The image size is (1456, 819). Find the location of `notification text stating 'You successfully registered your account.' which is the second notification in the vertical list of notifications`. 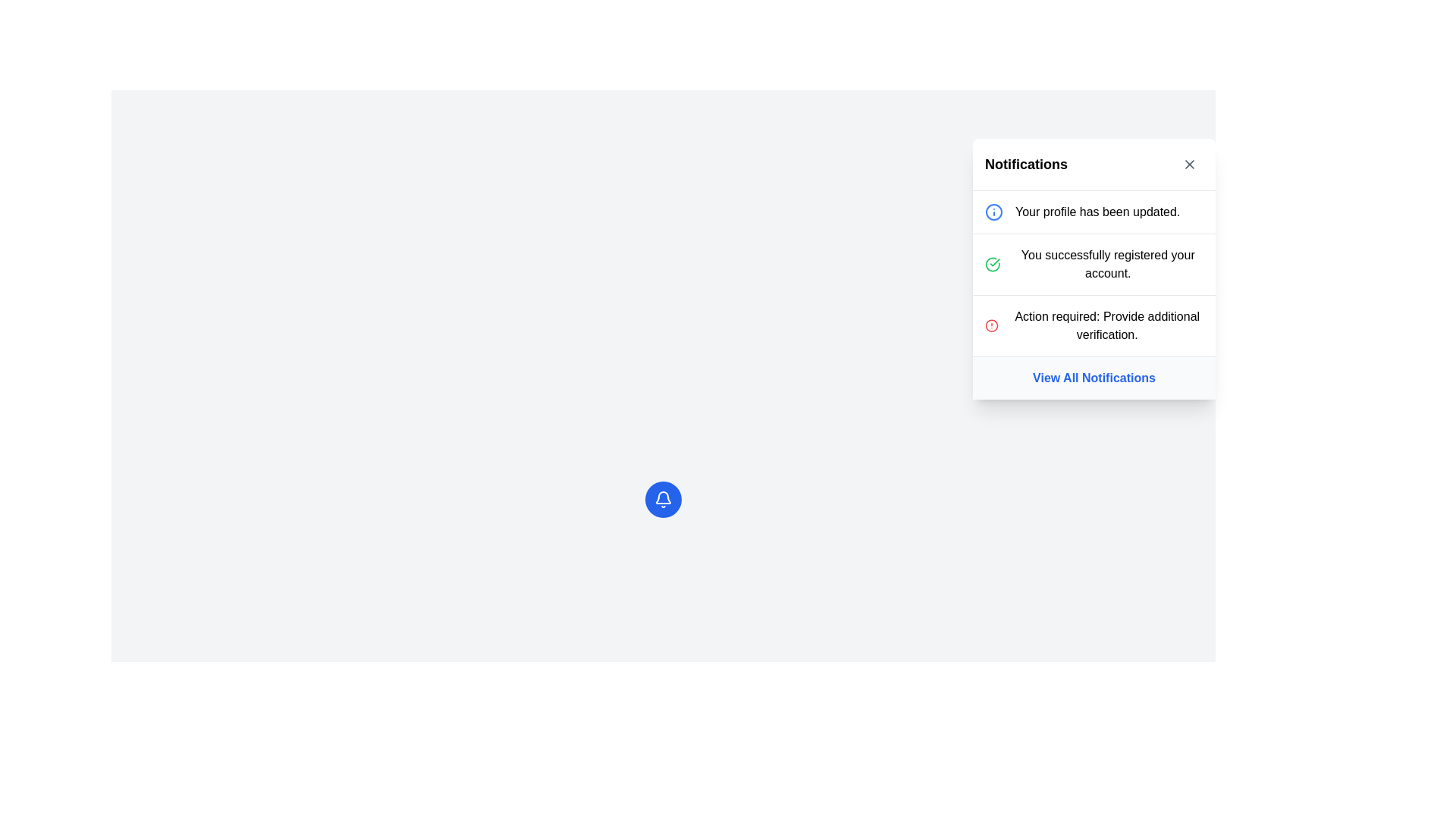

notification text stating 'You successfully registered your account.' which is the second notification in the vertical list of notifications is located at coordinates (1094, 263).